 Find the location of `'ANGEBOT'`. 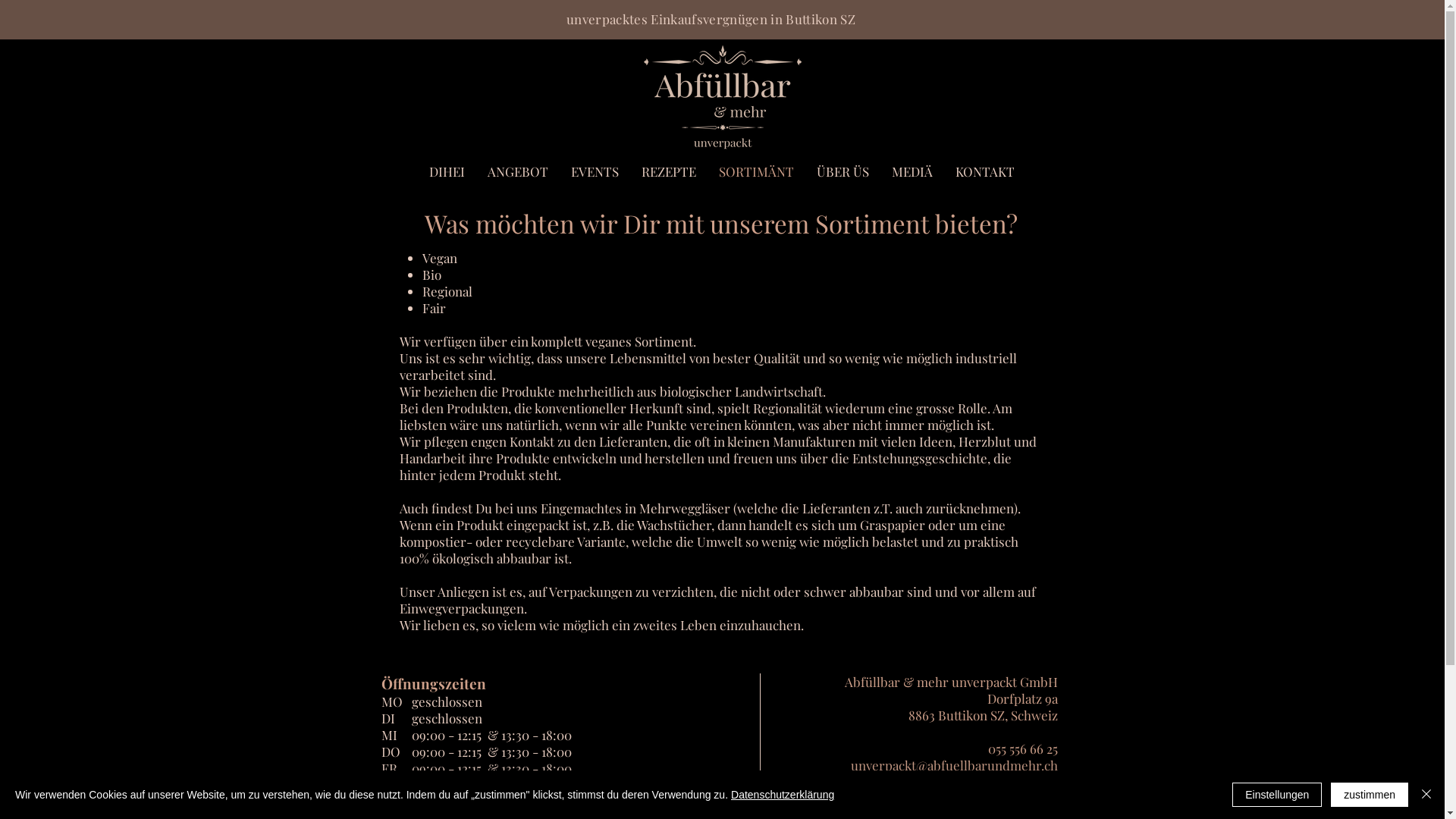

'ANGEBOT' is located at coordinates (475, 171).